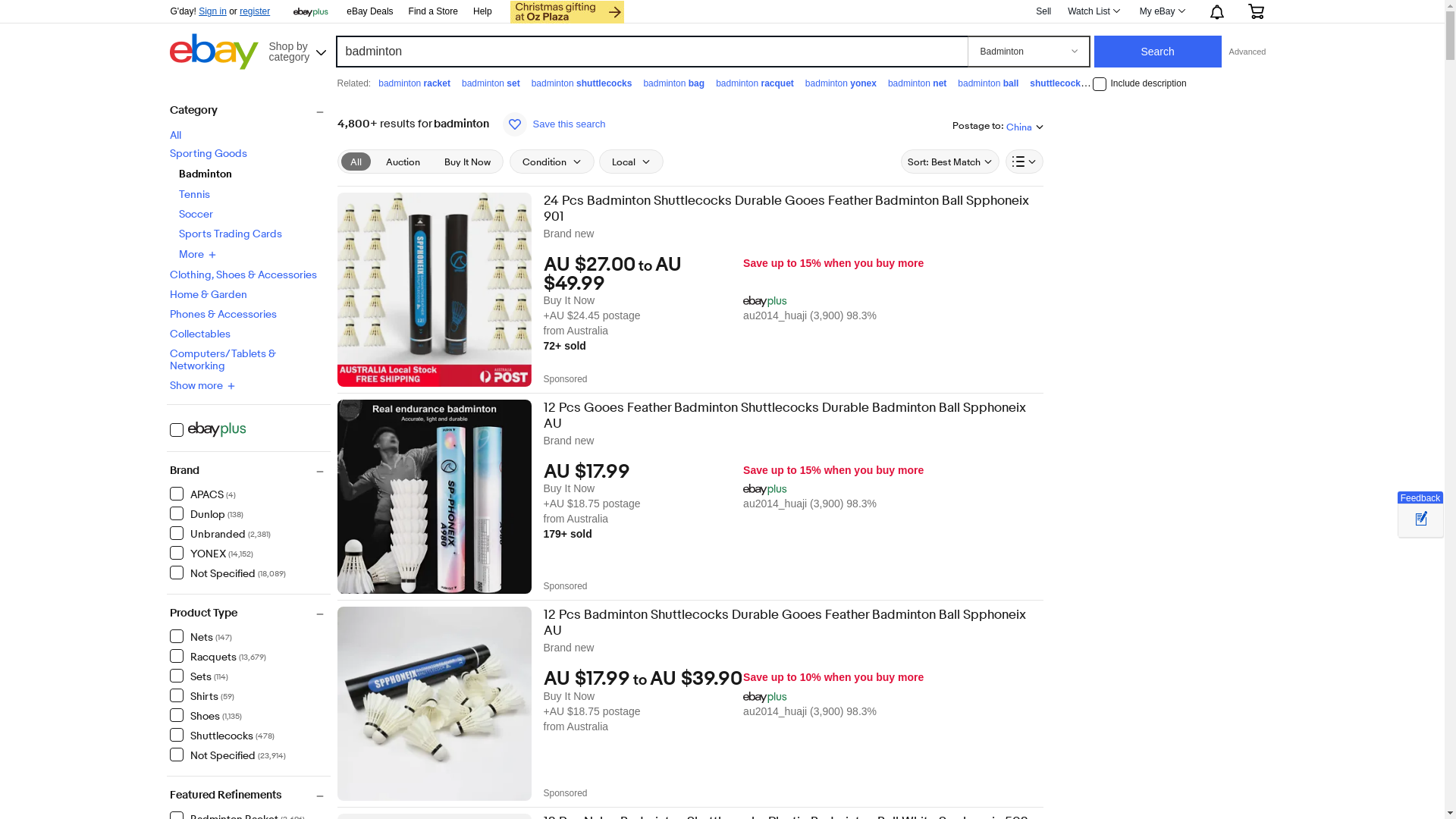  Describe the element at coordinates (239, 11) in the screenshot. I see `'register'` at that location.